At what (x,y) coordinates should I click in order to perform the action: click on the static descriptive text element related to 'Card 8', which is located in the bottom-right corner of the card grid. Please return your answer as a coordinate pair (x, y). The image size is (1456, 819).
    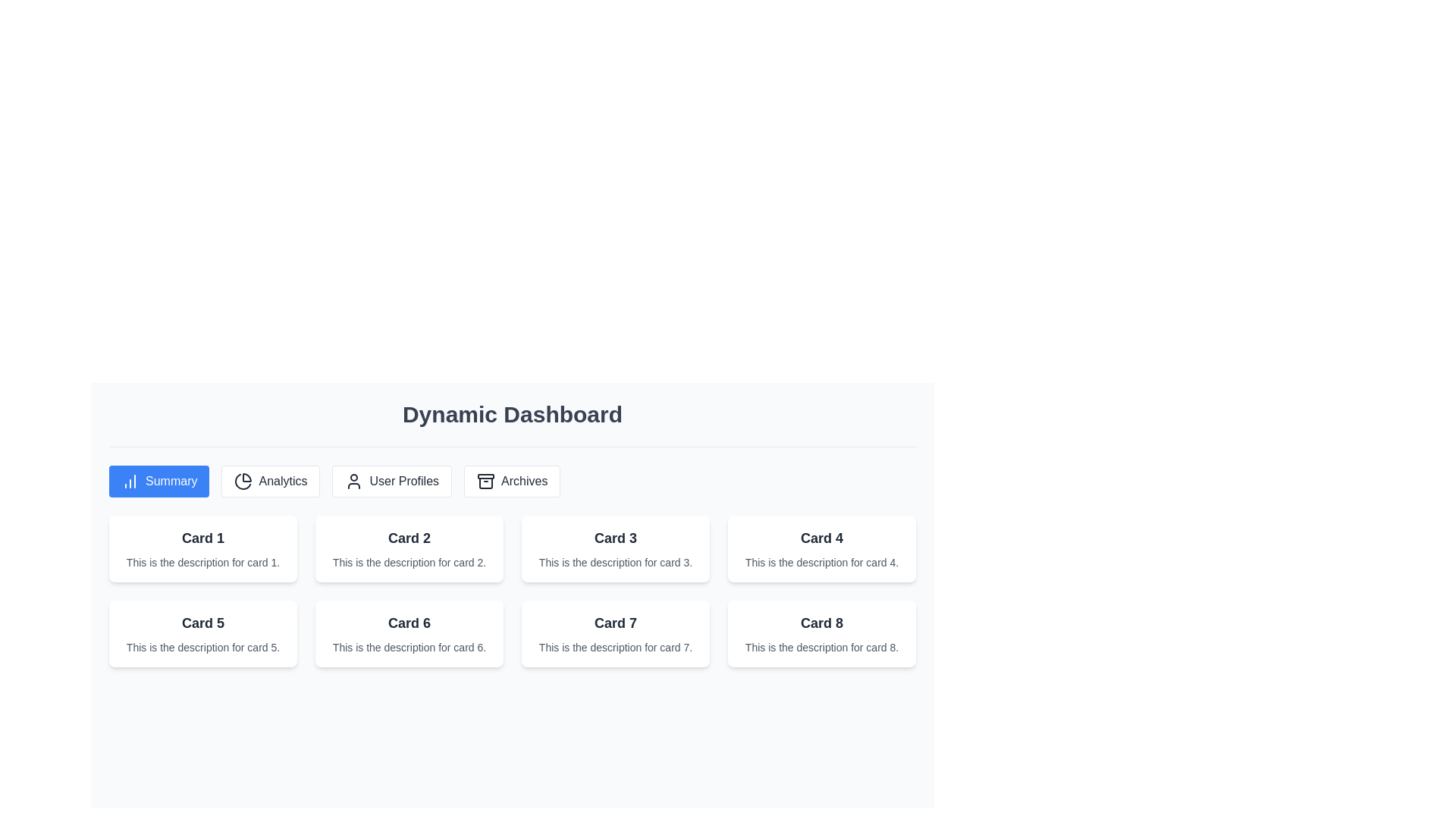
    Looking at the image, I should click on (821, 647).